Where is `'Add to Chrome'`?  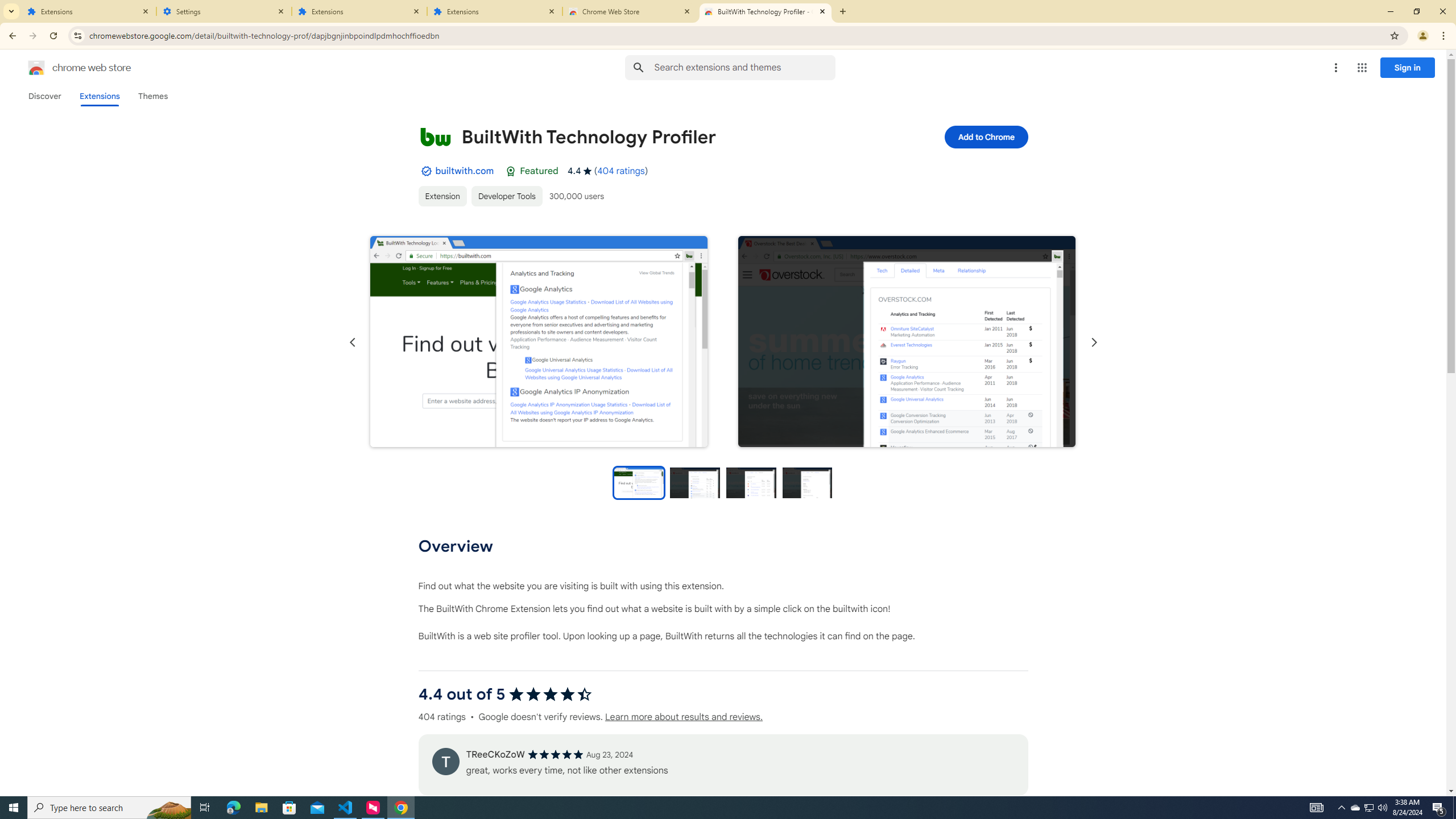 'Add to Chrome' is located at coordinates (985, 136).